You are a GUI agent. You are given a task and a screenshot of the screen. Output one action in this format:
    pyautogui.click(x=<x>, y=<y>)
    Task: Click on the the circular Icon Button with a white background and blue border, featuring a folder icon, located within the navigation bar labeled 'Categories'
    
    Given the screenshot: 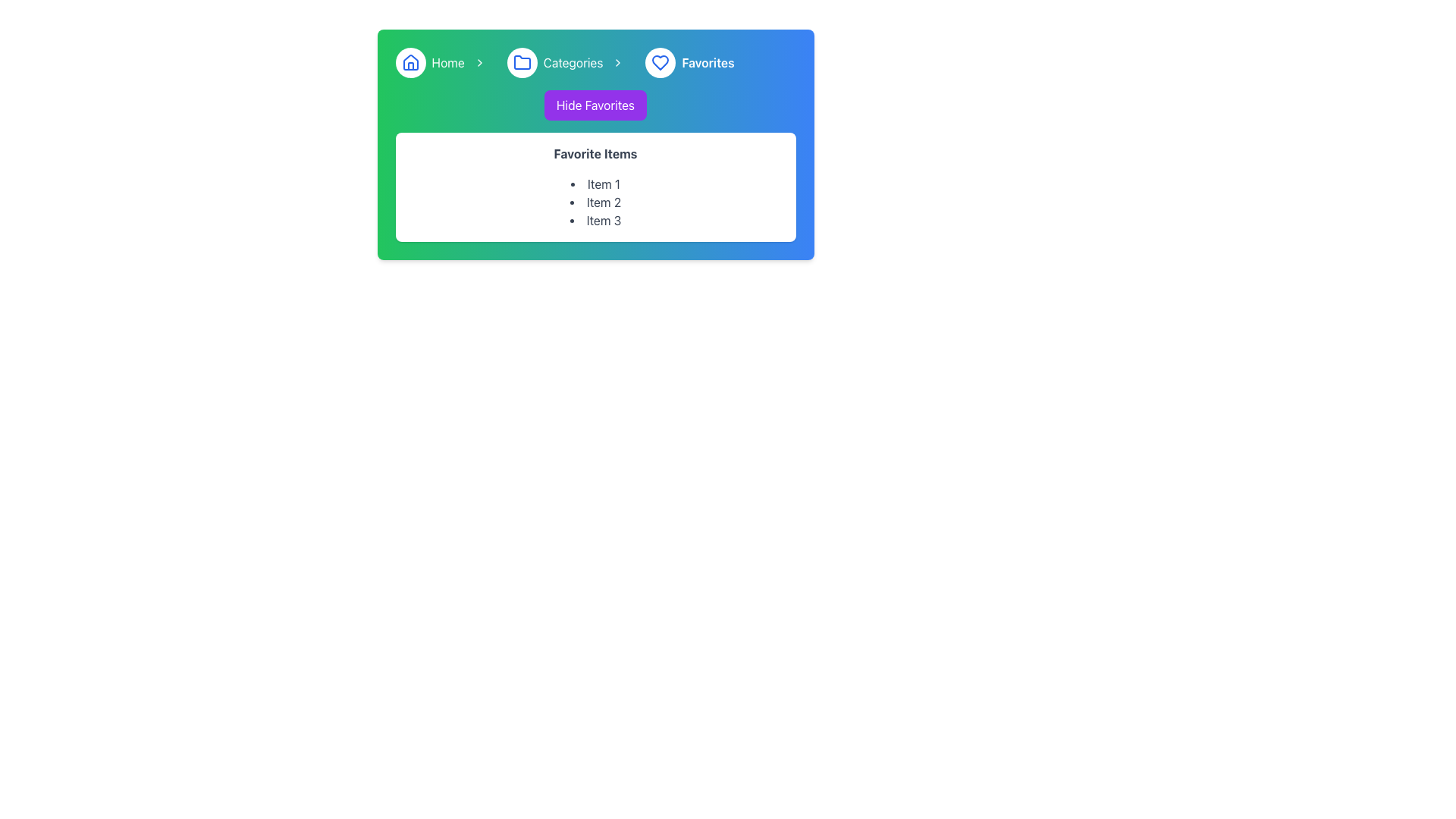 What is the action you would take?
    pyautogui.click(x=522, y=62)
    